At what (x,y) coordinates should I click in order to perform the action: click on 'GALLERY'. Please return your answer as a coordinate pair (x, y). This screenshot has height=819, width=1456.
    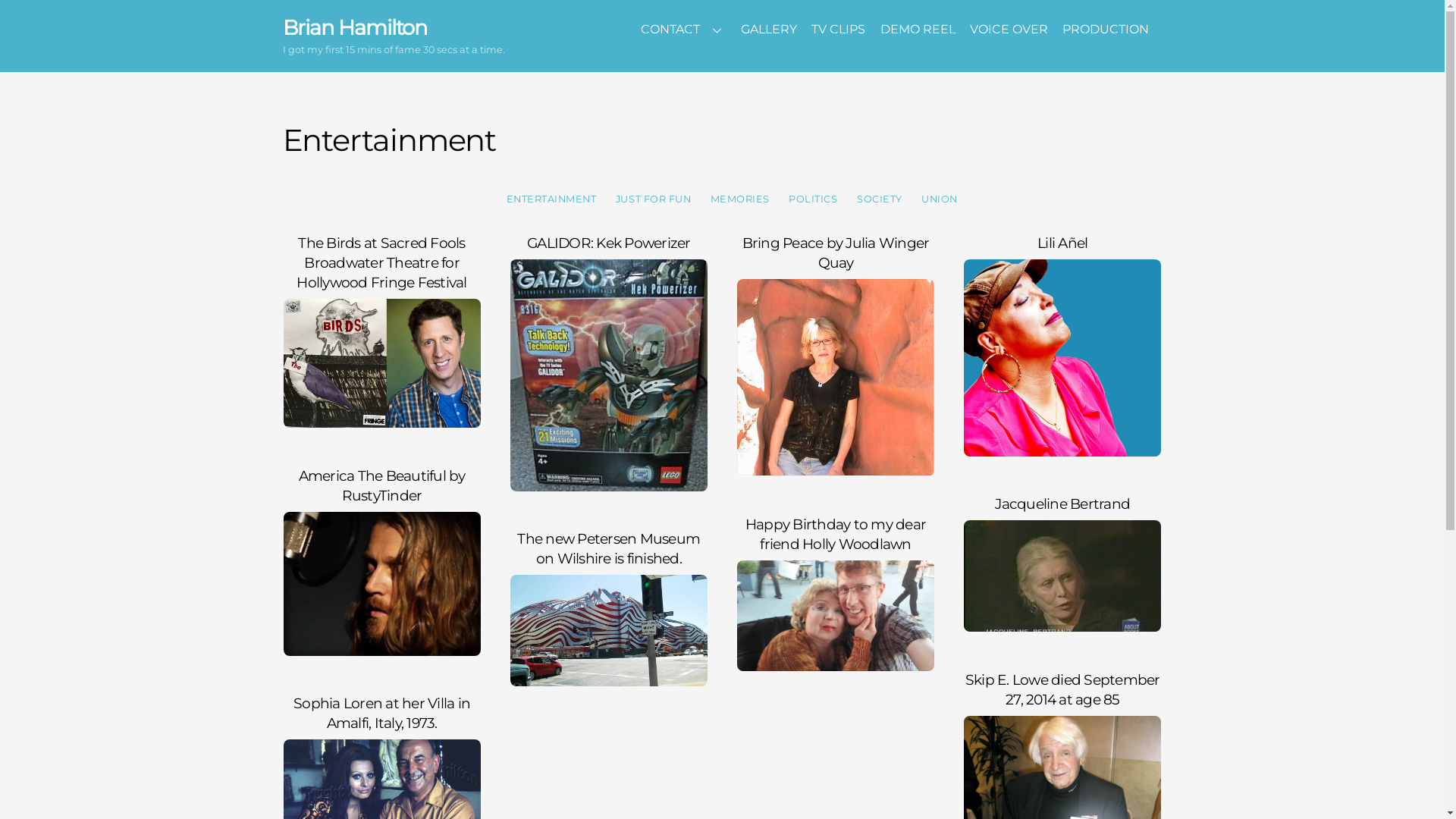
    Looking at the image, I should click on (734, 29).